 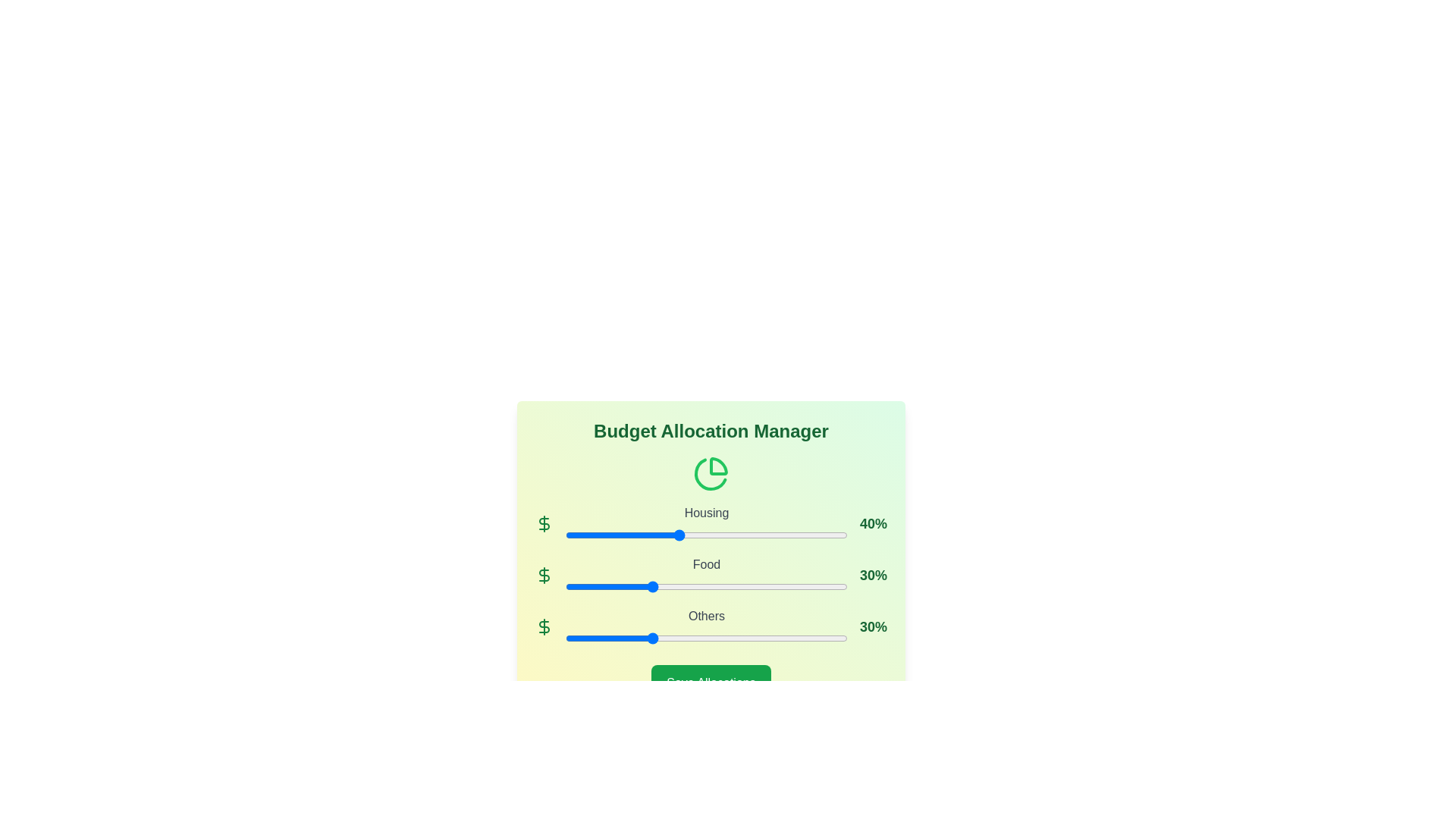 What do you see at coordinates (625, 638) in the screenshot?
I see `the 'Others' slider to 21%` at bounding box center [625, 638].